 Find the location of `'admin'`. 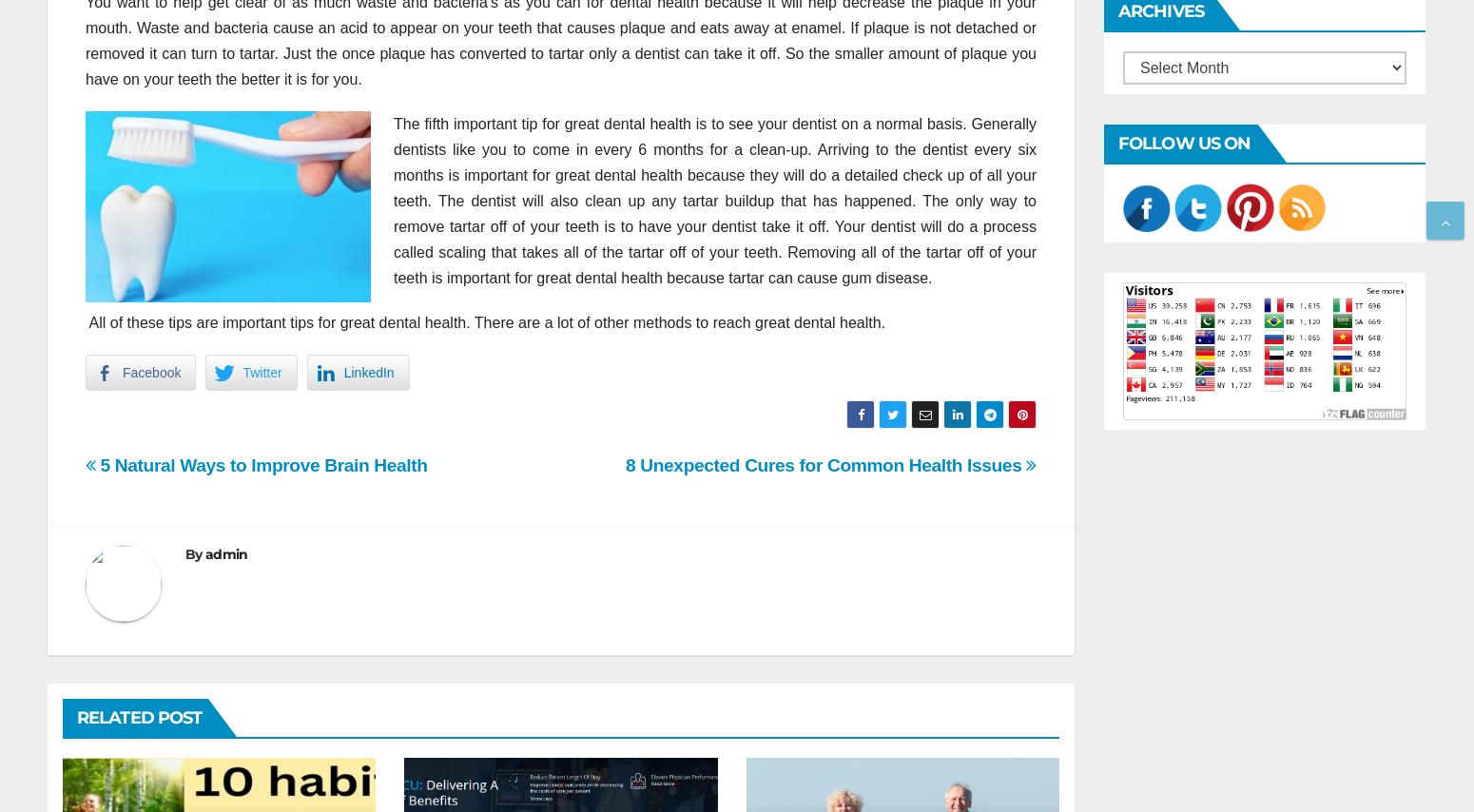

'admin' is located at coordinates (225, 553).